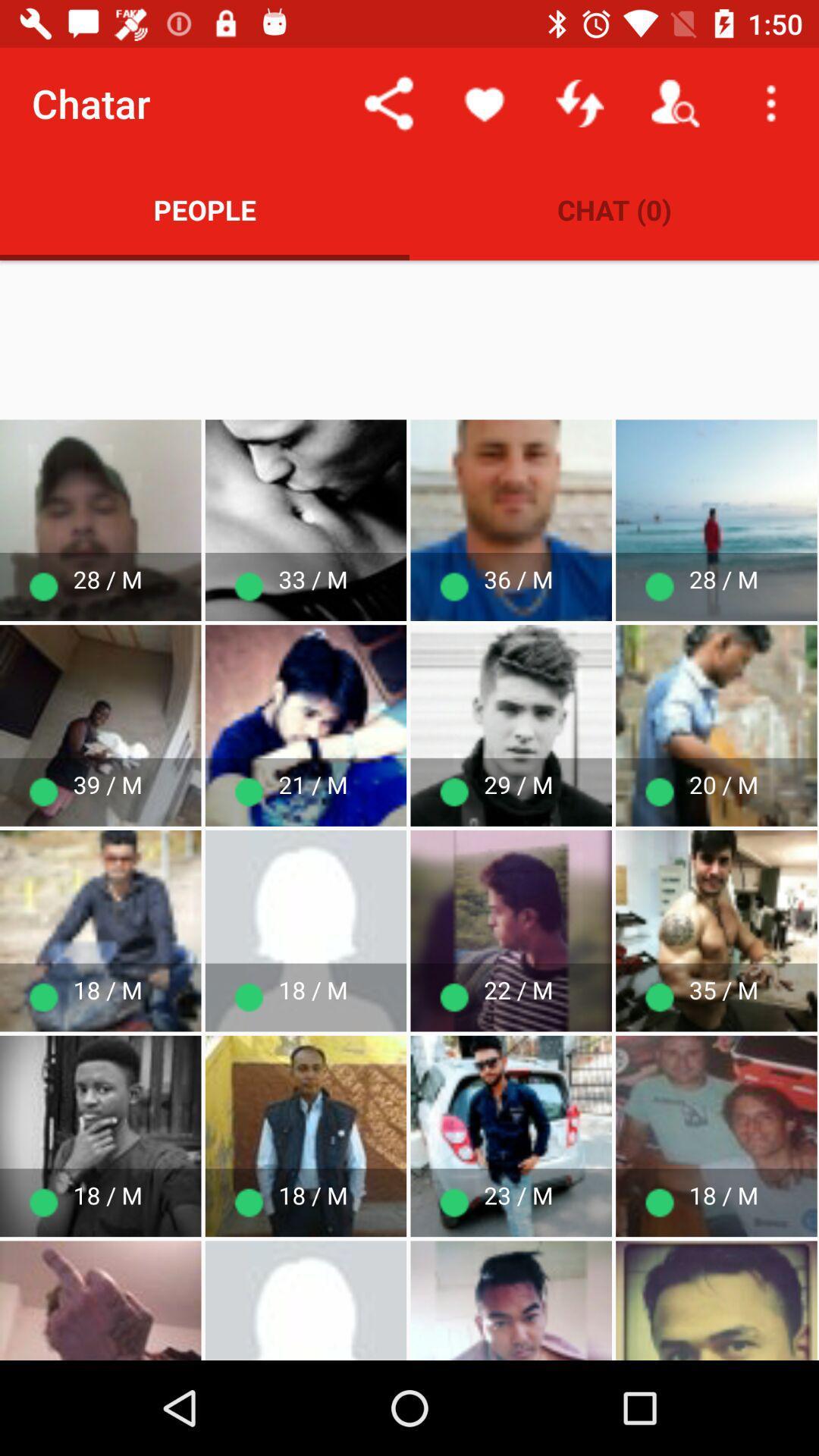 The height and width of the screenshot is (1456, 819). Describe the element at coordinates (388, 102) in the screenshot. I see `the item above people` at that location.